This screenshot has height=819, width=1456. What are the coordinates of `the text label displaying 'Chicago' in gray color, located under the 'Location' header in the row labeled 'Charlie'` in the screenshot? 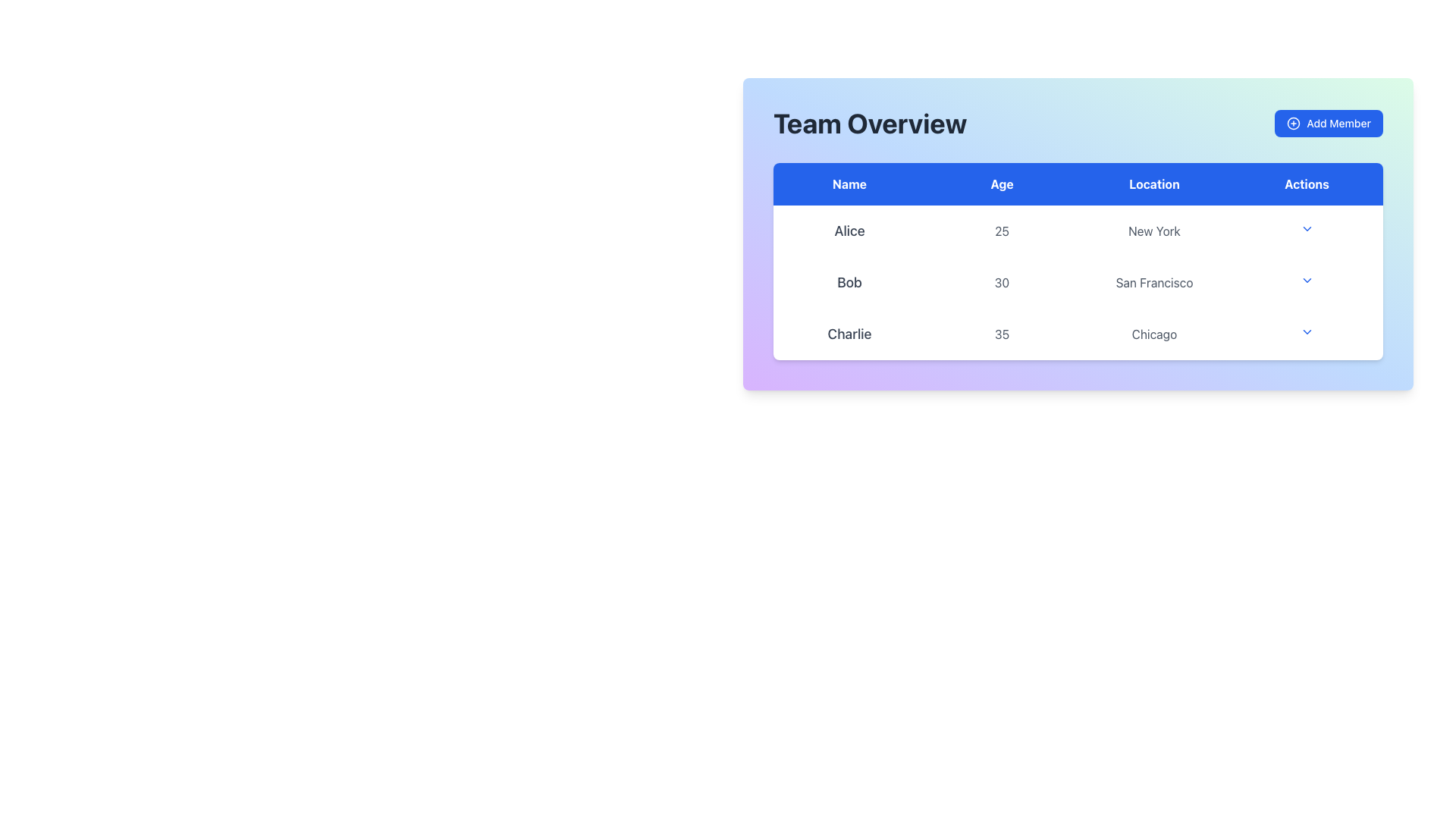 It's located at (1153, 333).